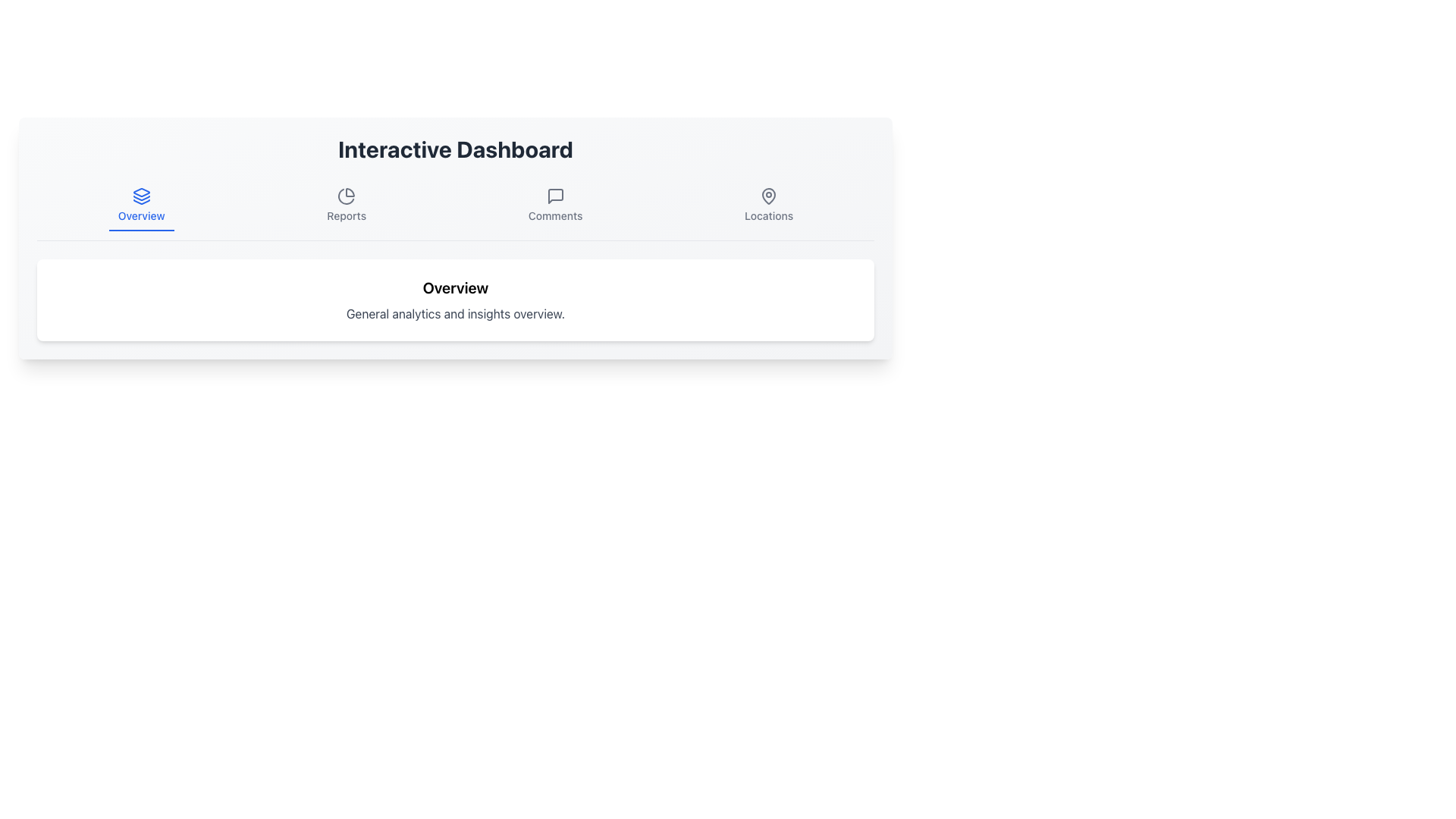 This screenshot has width=1456, height=819. I want to click on the navigation button for 'Locations' located on the rightmost side of the navigation bar, so click(769, 206).